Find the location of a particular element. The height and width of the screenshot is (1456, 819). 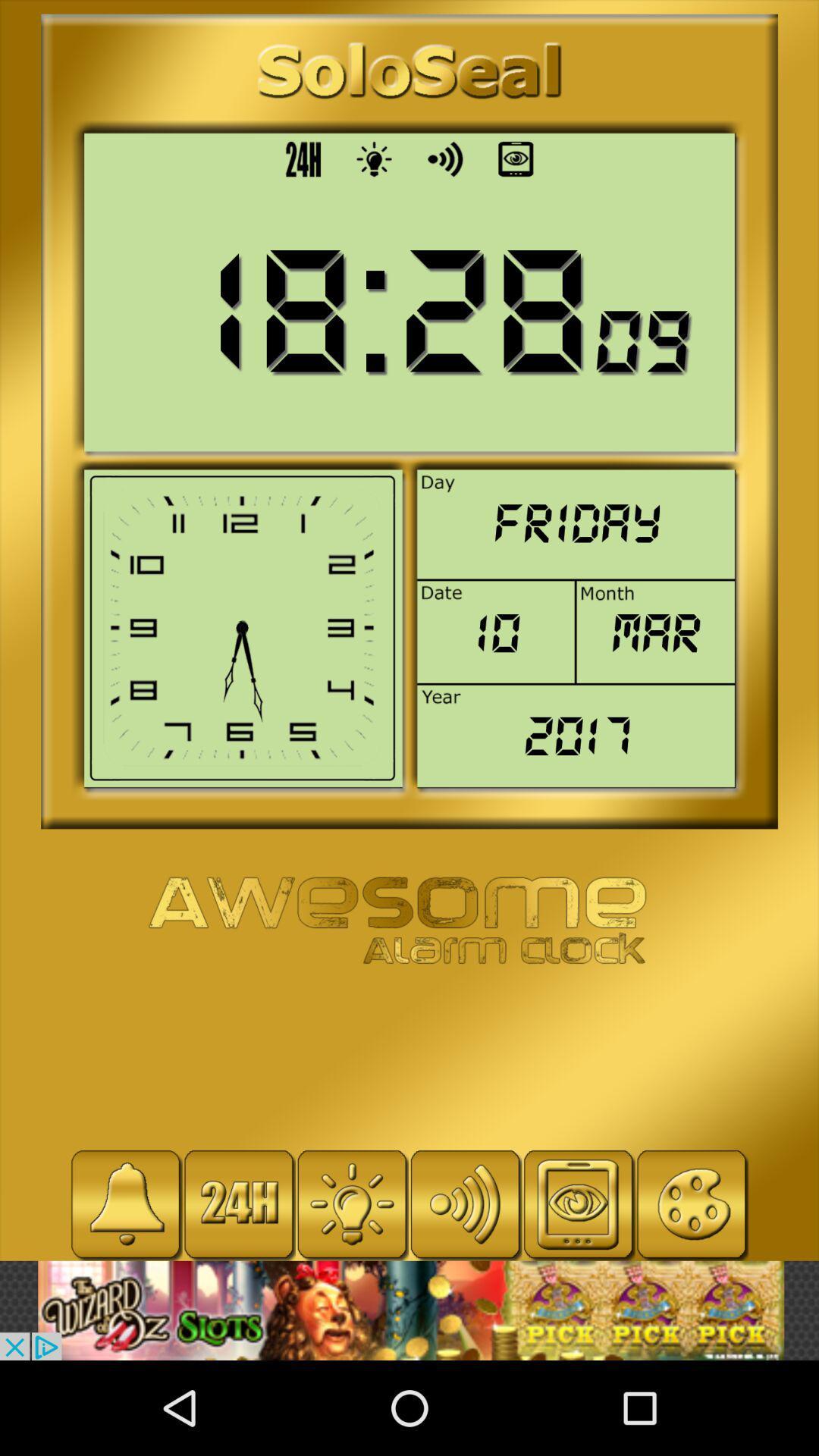

open paint is located at coordinates (692, 1203).